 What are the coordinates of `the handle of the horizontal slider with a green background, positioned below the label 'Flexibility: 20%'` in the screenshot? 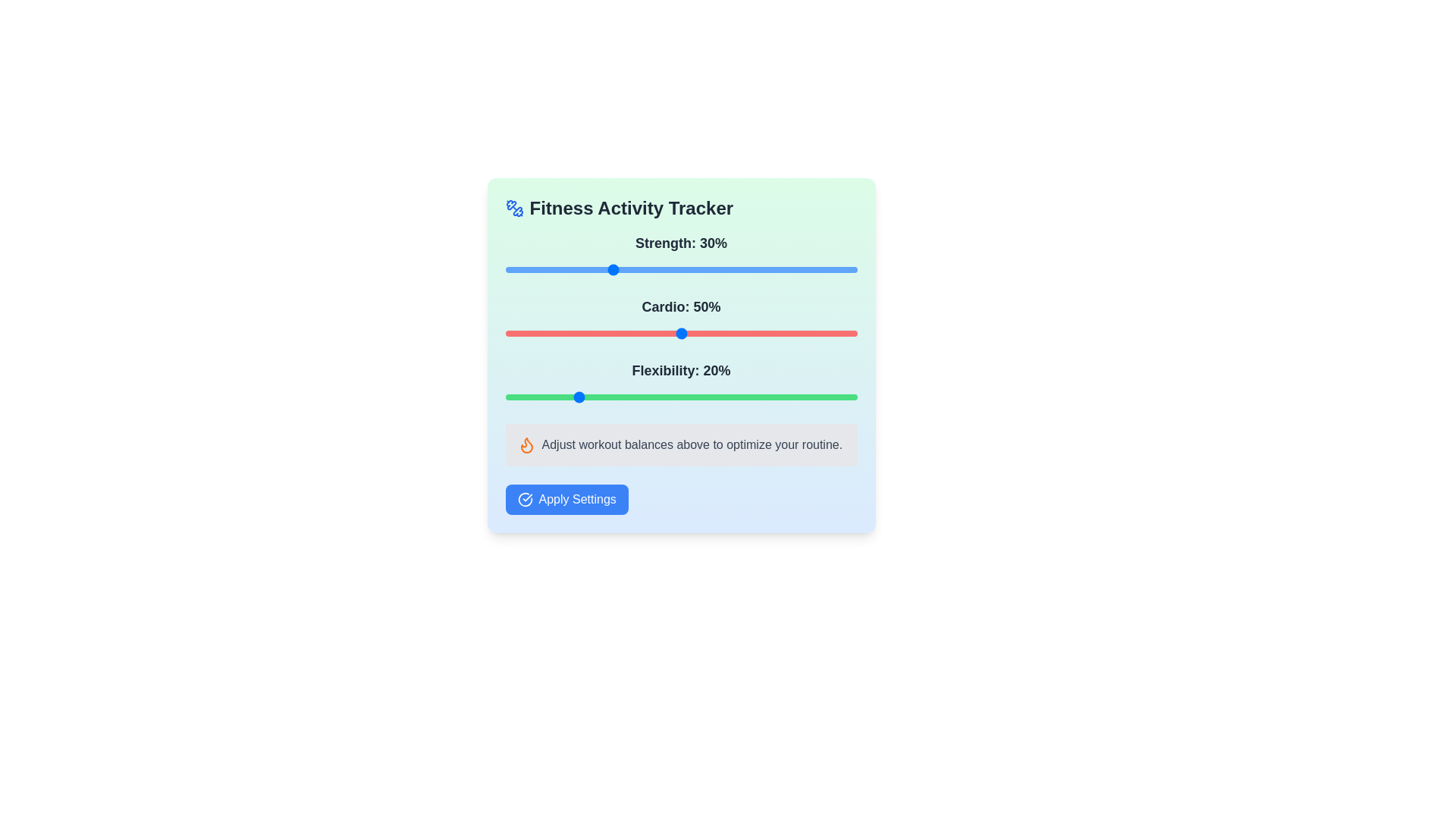 It's located at (680, 397).